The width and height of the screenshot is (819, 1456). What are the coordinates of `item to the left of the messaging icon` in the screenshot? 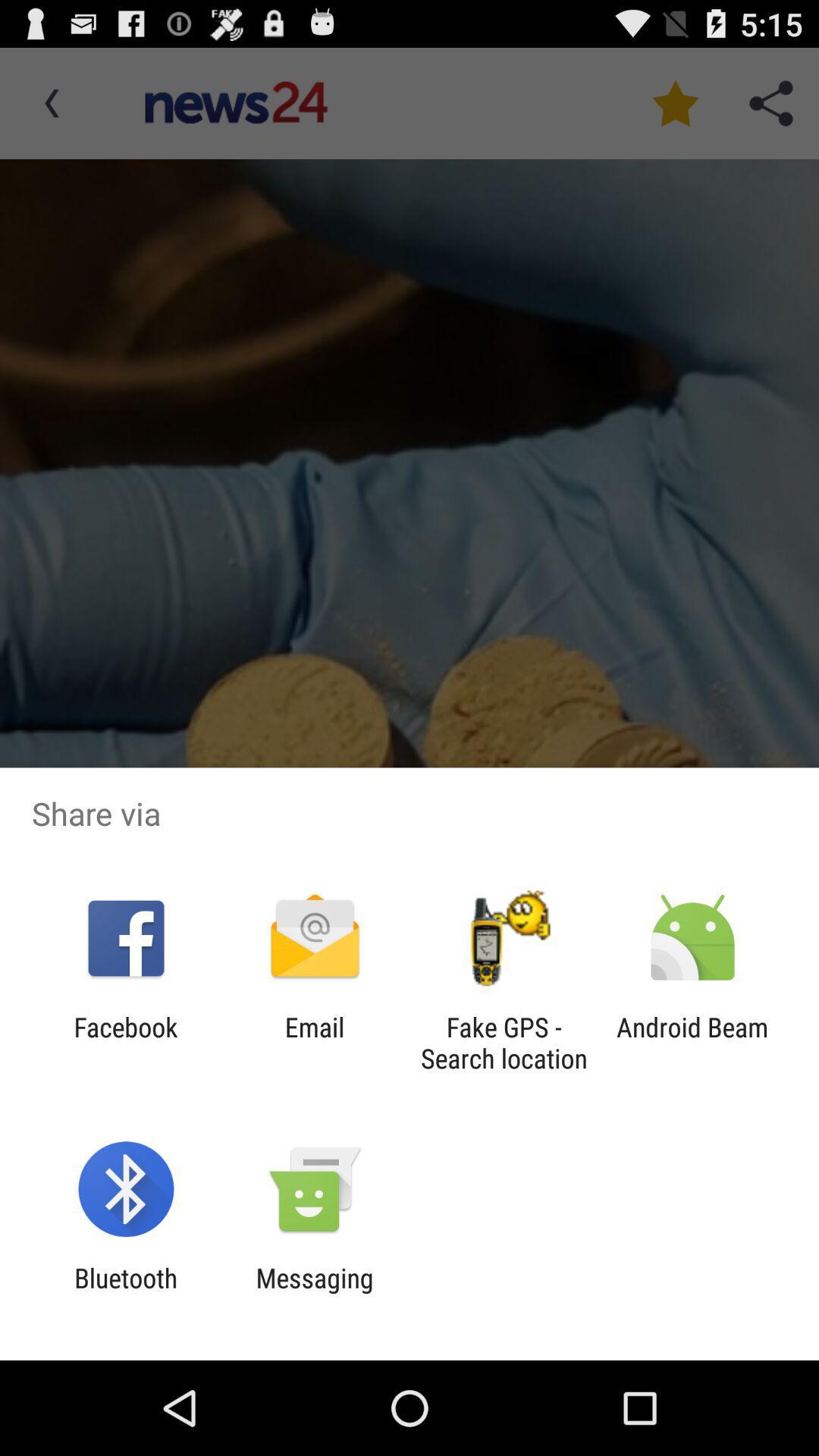 It's located at (125, 1293).